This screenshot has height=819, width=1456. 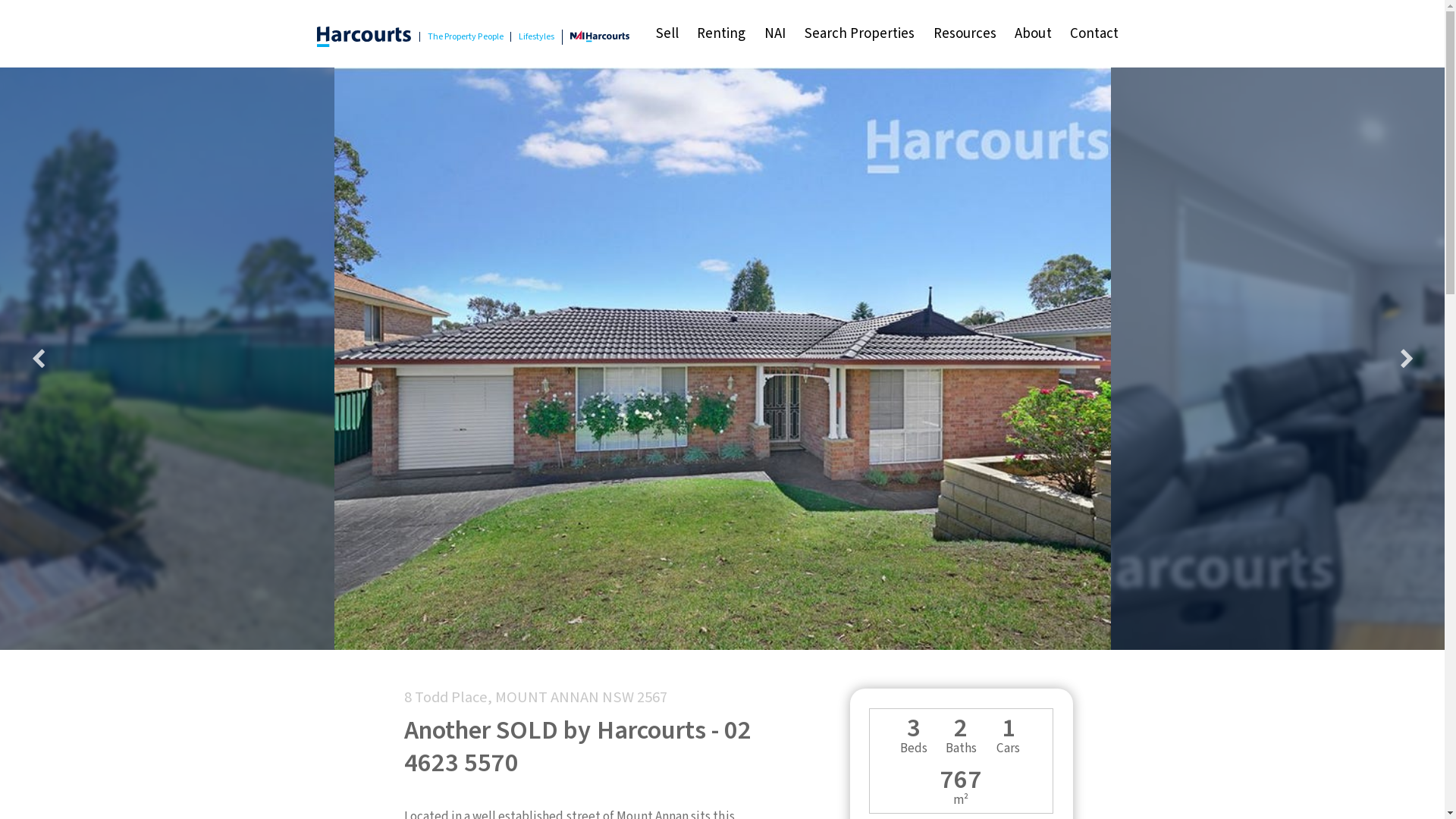 I want to click on 'Sell', so click(x=645, y=34).